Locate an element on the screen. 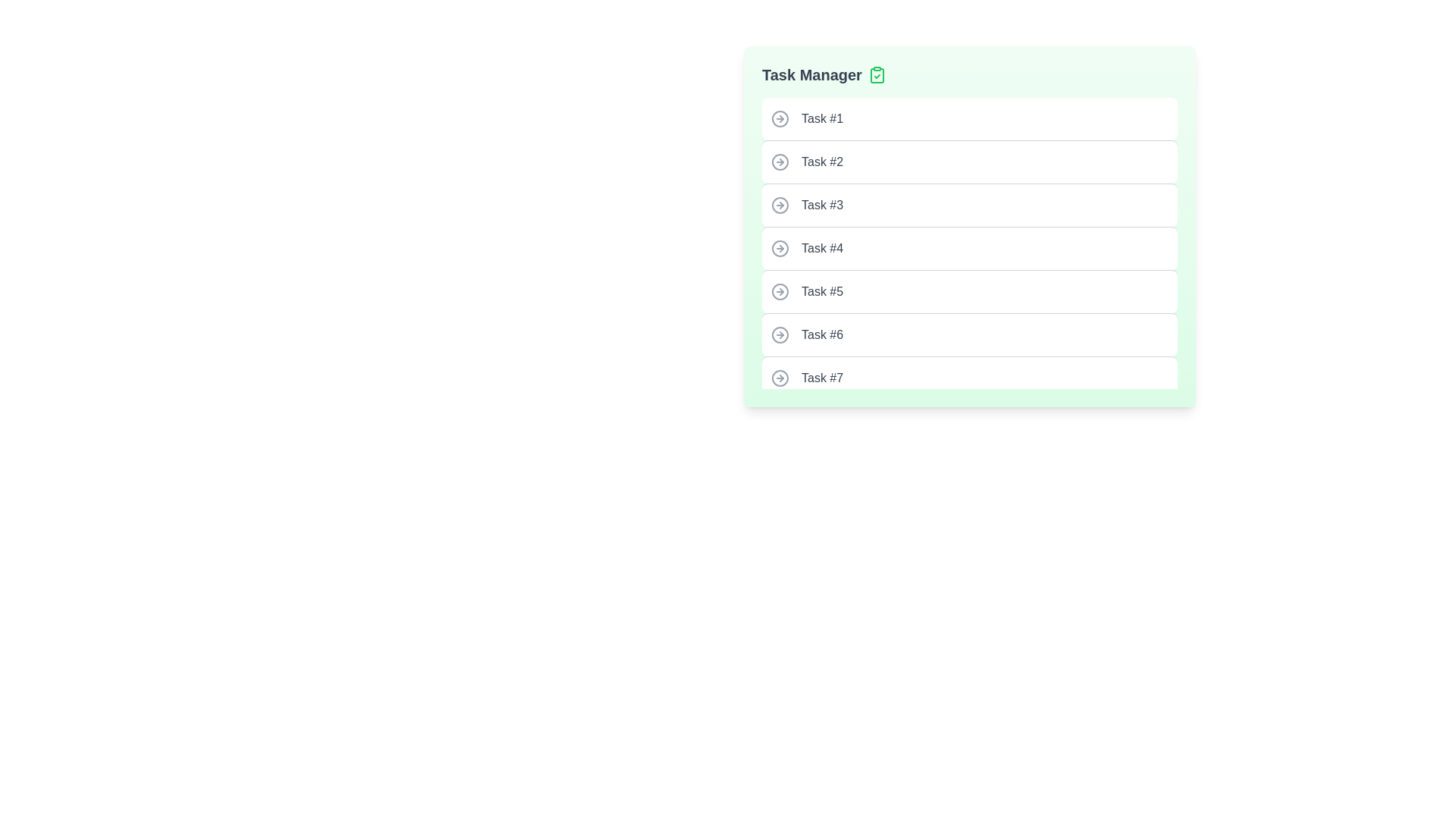  the task labeled Task #2 is located at coordinates (968, 162).